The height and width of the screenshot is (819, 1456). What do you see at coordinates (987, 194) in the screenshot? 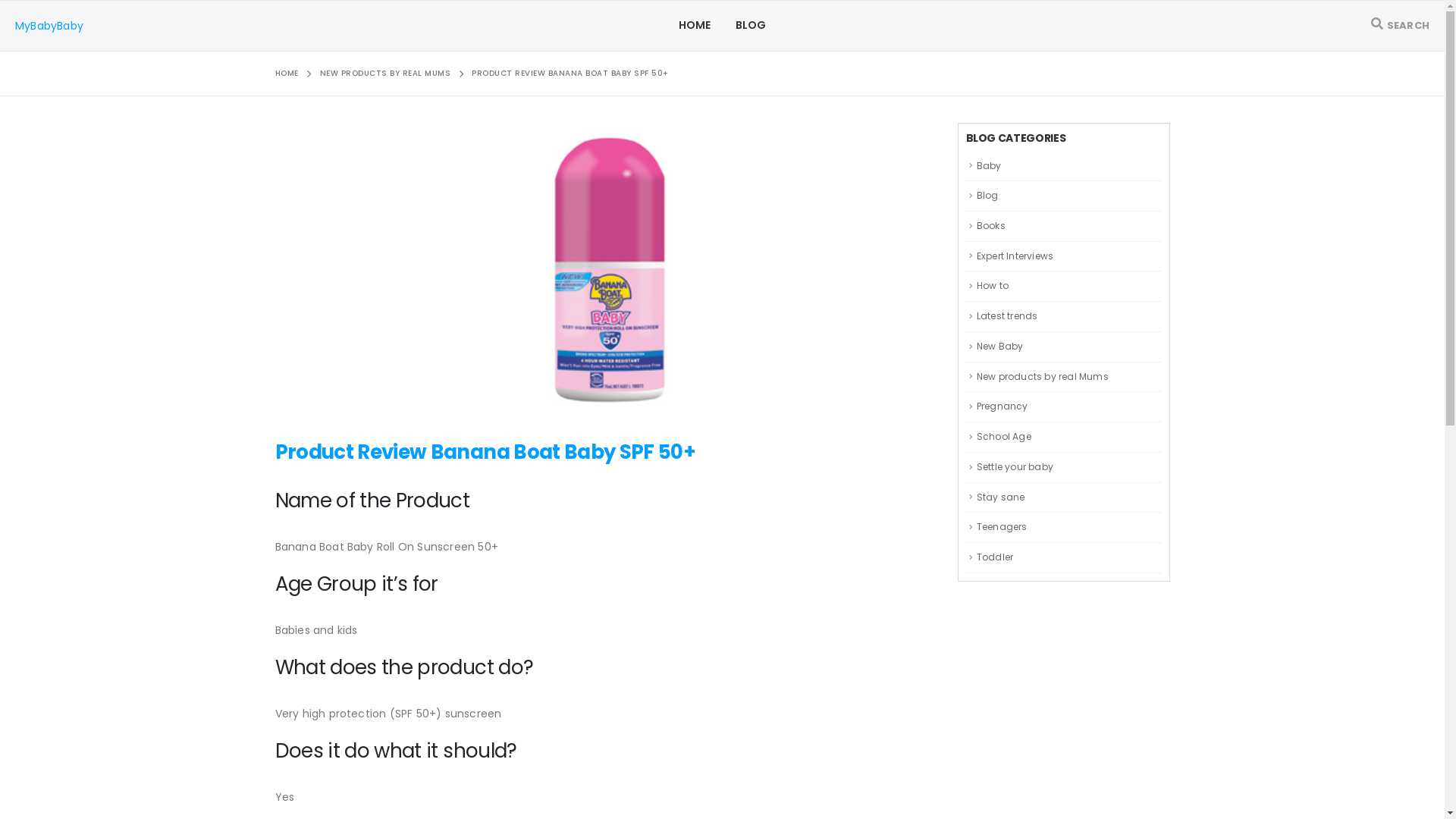
I see `'Blog'` at bounding box center [987, 194].